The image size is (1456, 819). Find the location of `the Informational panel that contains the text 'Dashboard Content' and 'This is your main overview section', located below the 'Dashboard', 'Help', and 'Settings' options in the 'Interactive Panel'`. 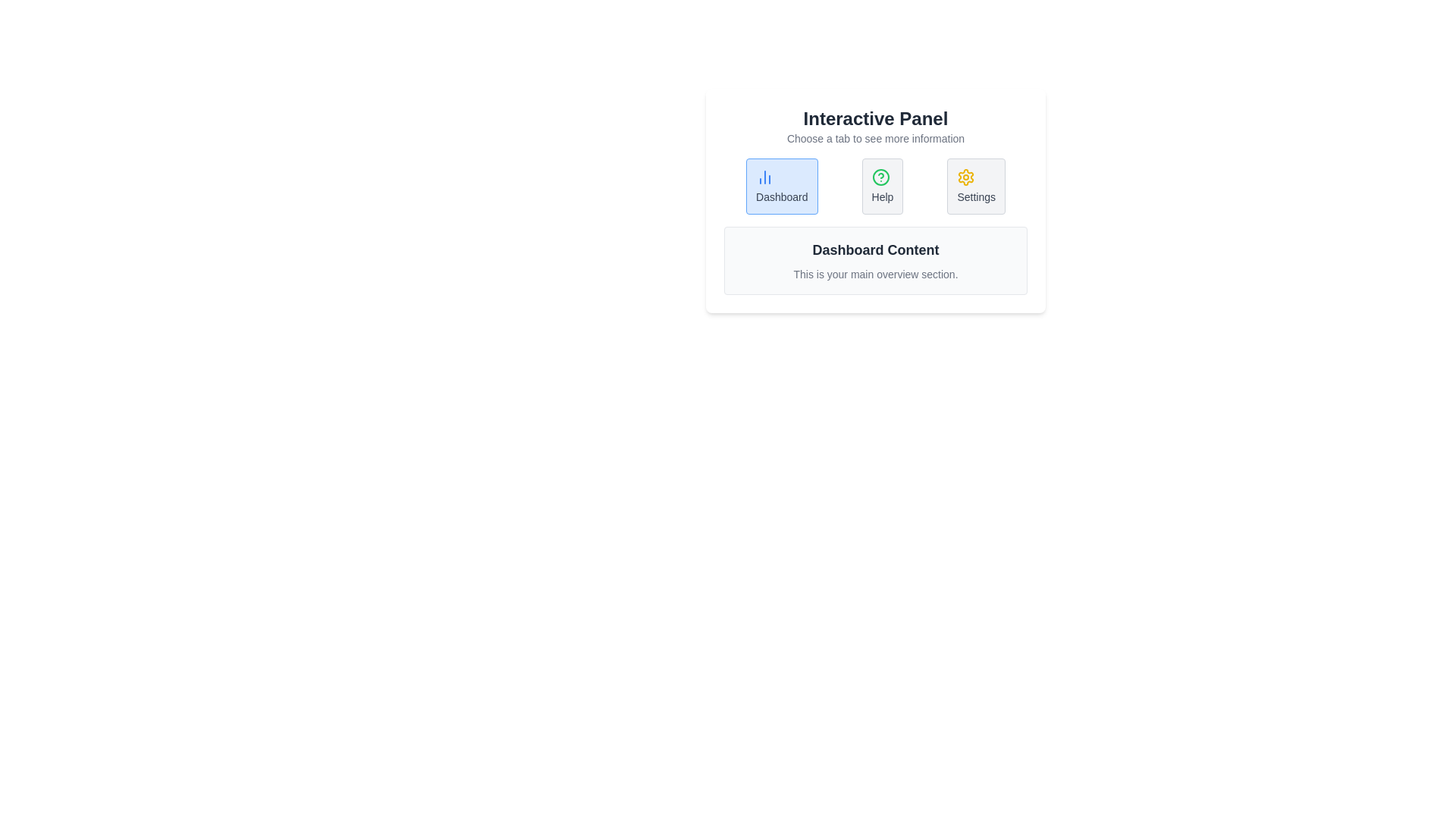

the Informational panel that contains the text 'Dashboard Content' and 'This is your main overview section', located below the 'Dashboard', 'Help', and 'Settings' options in the 'Interactive Panel' is located at coordinates (876, 259).